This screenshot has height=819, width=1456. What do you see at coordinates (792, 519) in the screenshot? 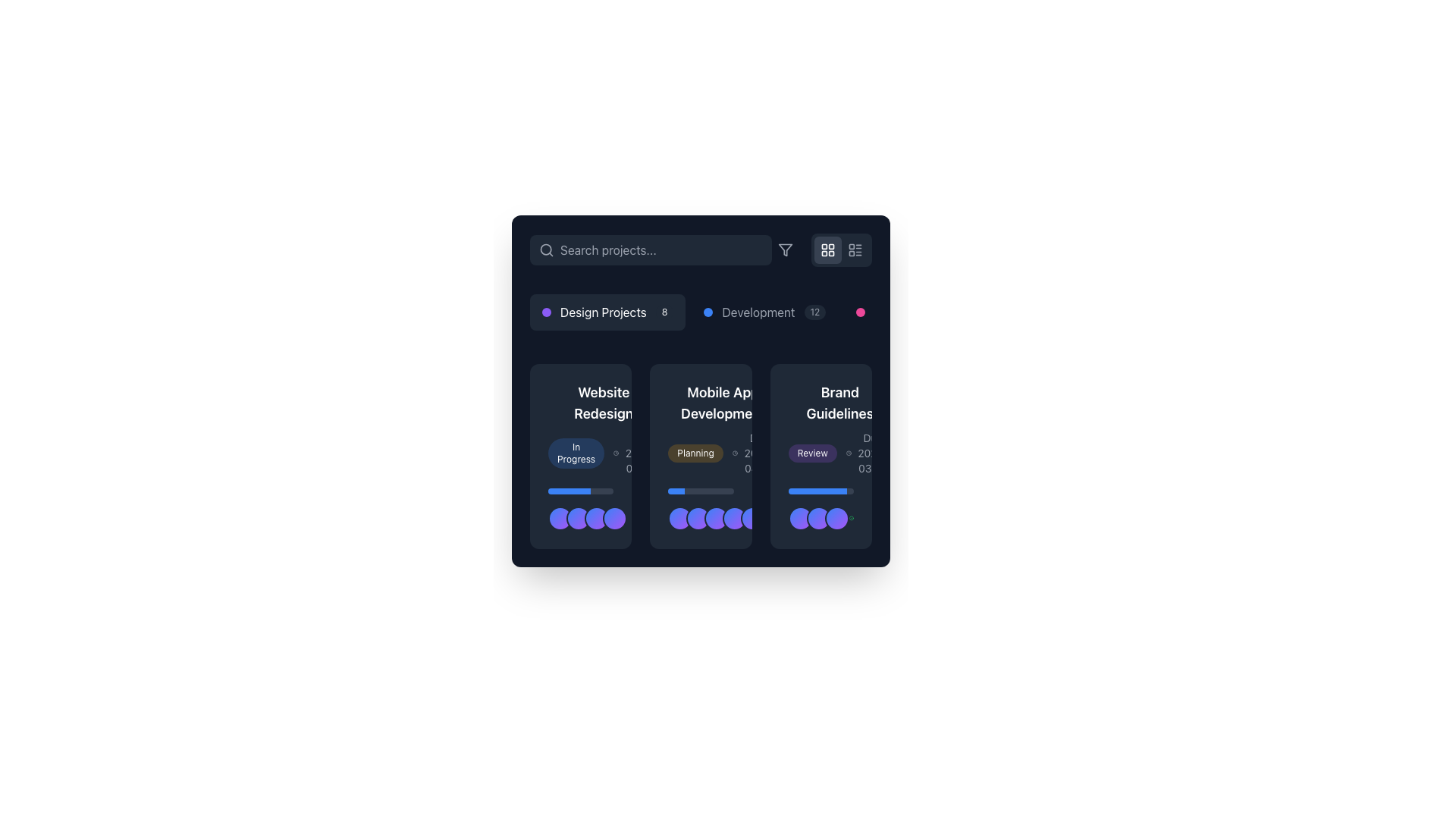
I see `the circular shape element with a 10-radius, styled with no fill and a stroke color of currentColor, located within the SVG graphic of the 'Brand Guidelines' card` at bounding box center [792, 519].